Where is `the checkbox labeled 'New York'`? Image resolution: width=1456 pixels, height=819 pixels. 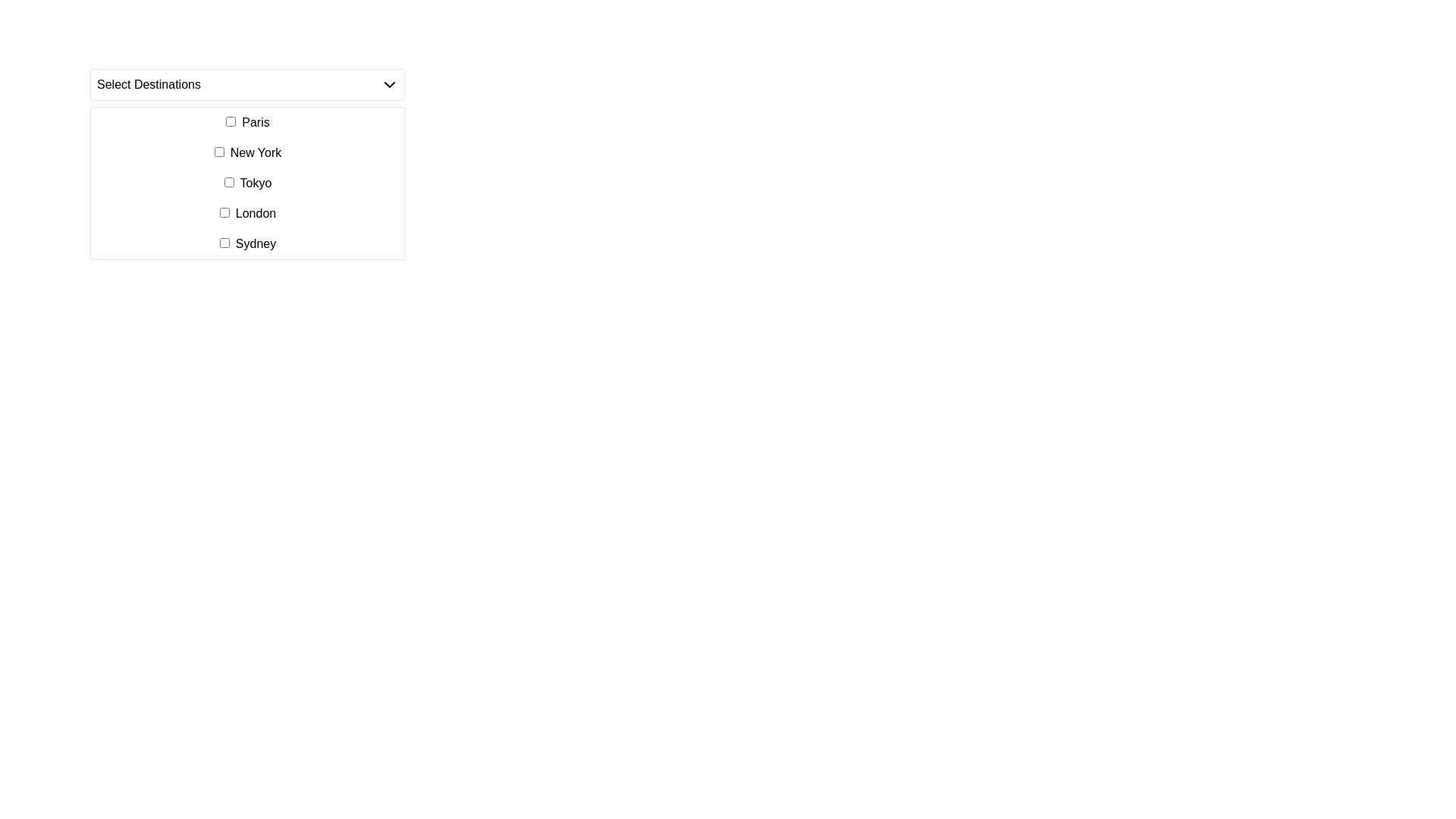 the checkbox labeled 'New York' is located at coordinates (247, 152).